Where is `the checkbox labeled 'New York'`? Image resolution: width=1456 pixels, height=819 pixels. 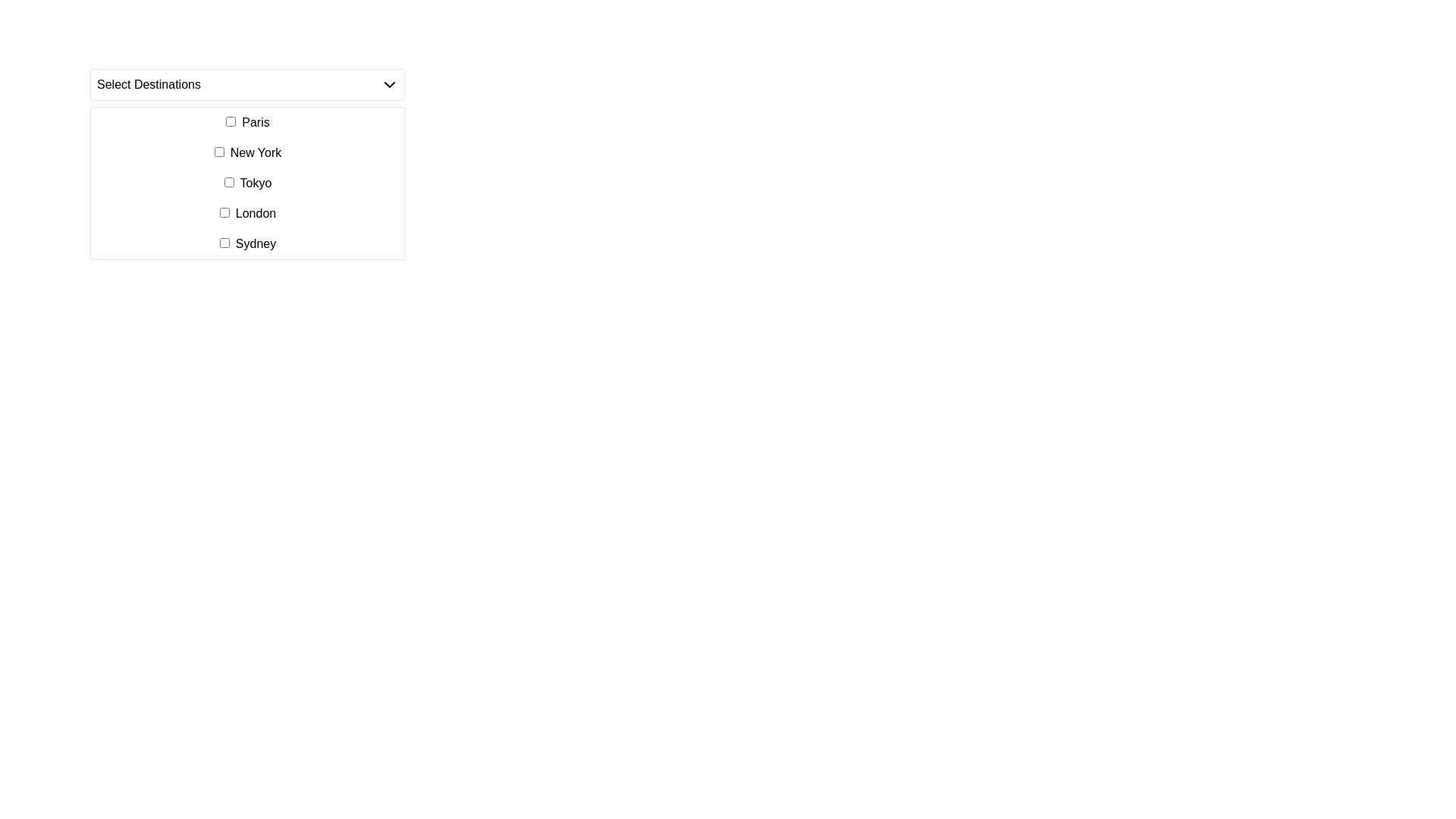 the checkbox labeled 'New York' is located at coordinates (247, 152).